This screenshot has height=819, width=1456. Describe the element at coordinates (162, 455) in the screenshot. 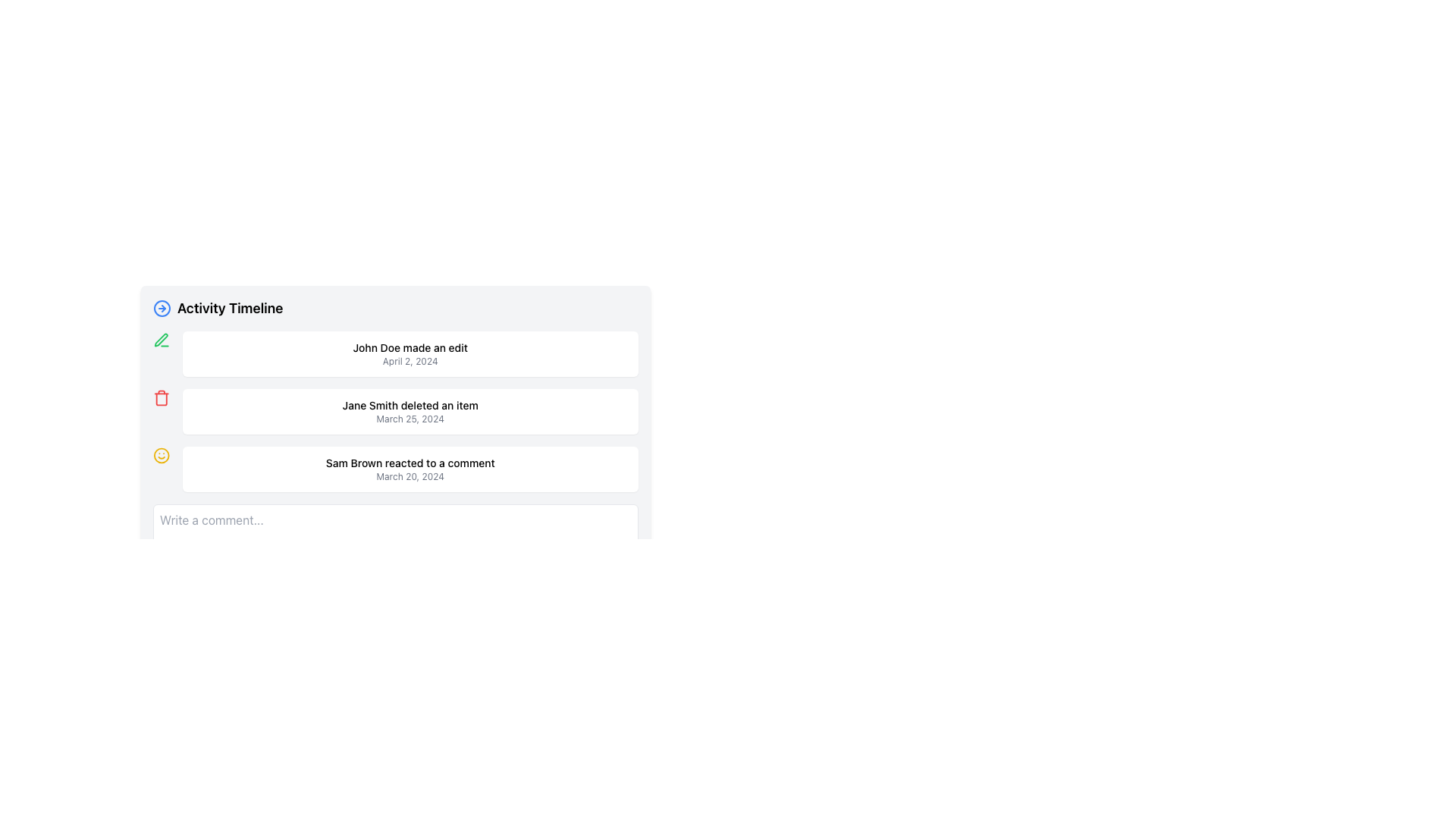

I see `the graphical icon (smiley face) indicating a positive reaction made by Sam Brown in the third entry of the 'Activity Timeline' section, next to the text 'Sam Brown reacted to a comment' dated March 20, 2024` at that location.